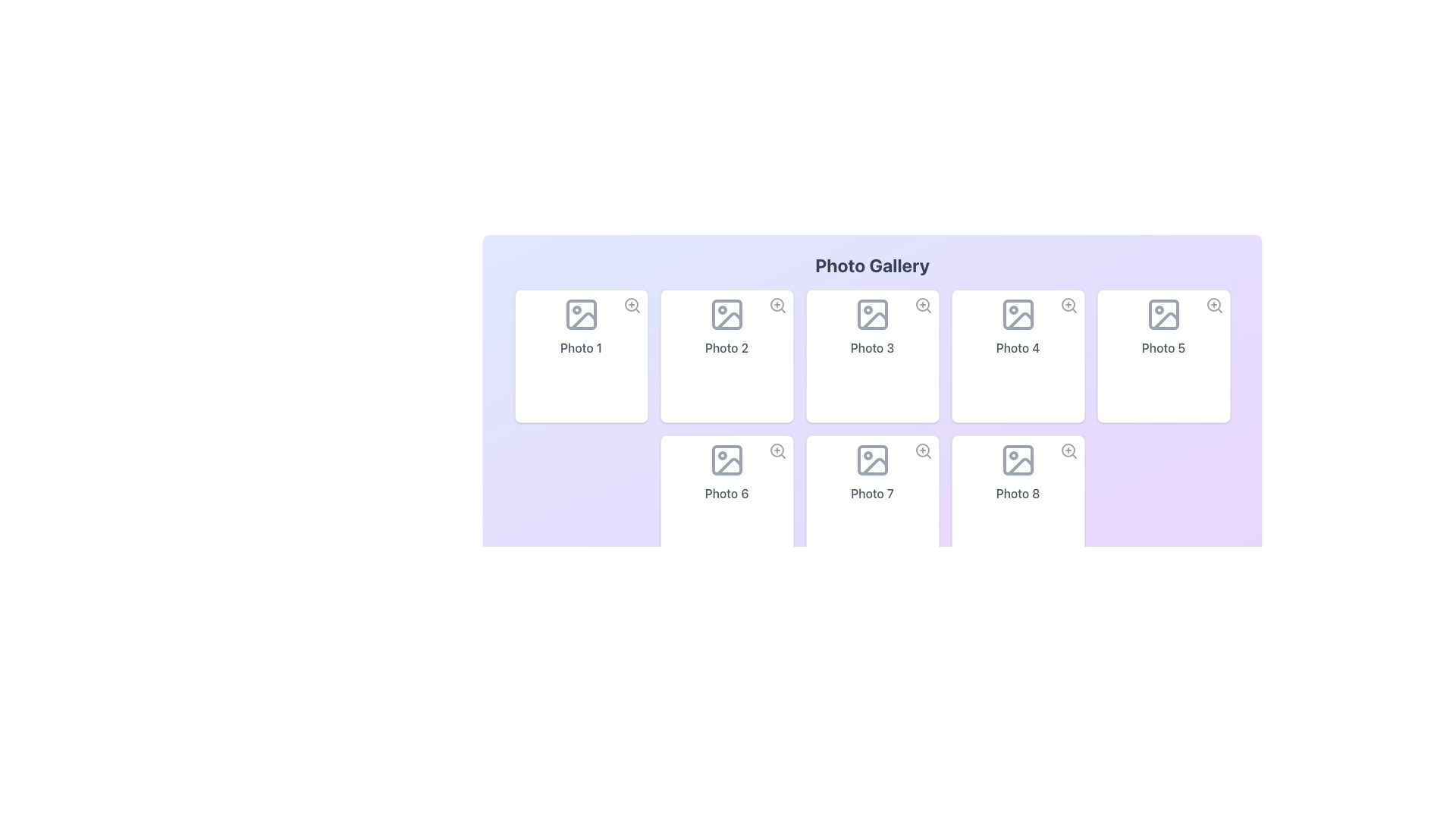  What do you see at coordinates (872, 494) in the screenshot?
I see `the text label reading 'Photo 7' located at the bottom center of the seventh card in a grid of photo cards` at bounding box center [872, 494].